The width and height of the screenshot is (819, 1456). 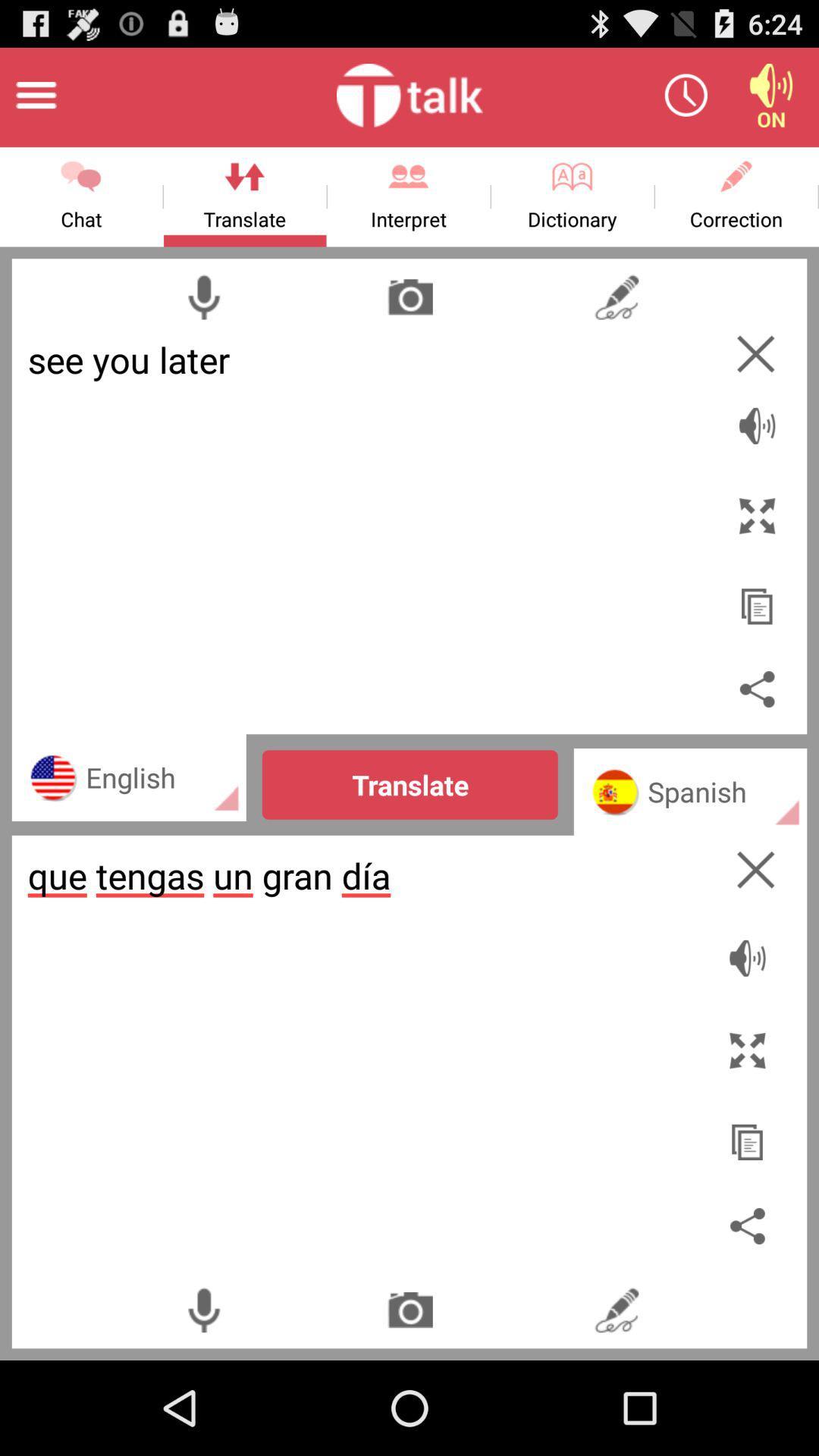 What do you see at coordinates (757, 688) in the screenshot?
I see `share translation` at bounding box center [757, 688].